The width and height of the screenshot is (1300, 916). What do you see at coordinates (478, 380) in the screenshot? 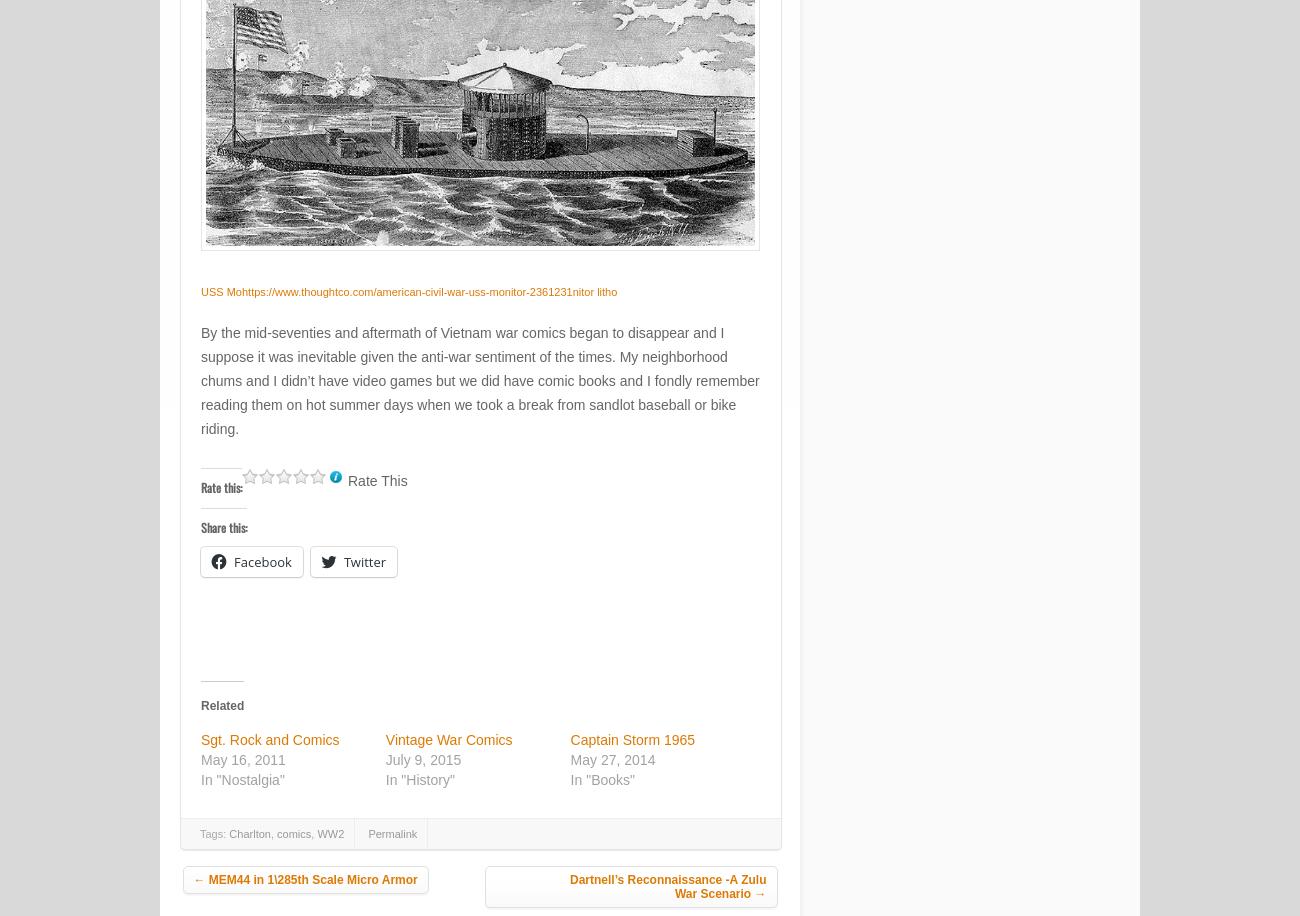
I see `'By the mid-seventies and aftermath of Vietnam war comics began to disappear and I suppose it was inevitable given the anti-war sentiment of the times. My neighborhood chums and I didn’t have video games but we did have comic books and I fondly remember reading them on hot summer days when we took a break from sandlot baseball or bike riding.'` at bounding box center [478, 380].